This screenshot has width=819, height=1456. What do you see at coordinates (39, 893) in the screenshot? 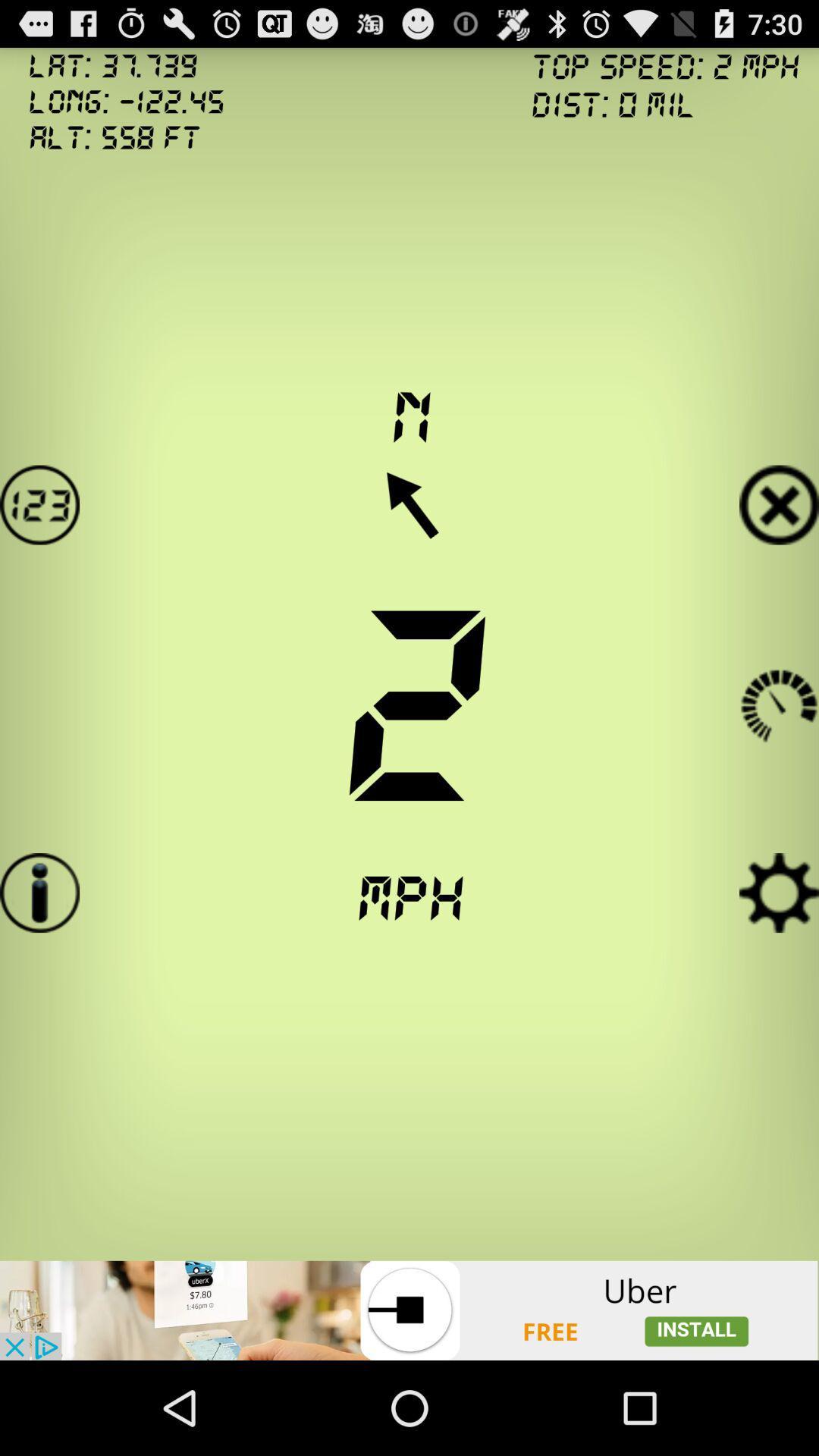
I see `information` at bounding box center [39, 893].